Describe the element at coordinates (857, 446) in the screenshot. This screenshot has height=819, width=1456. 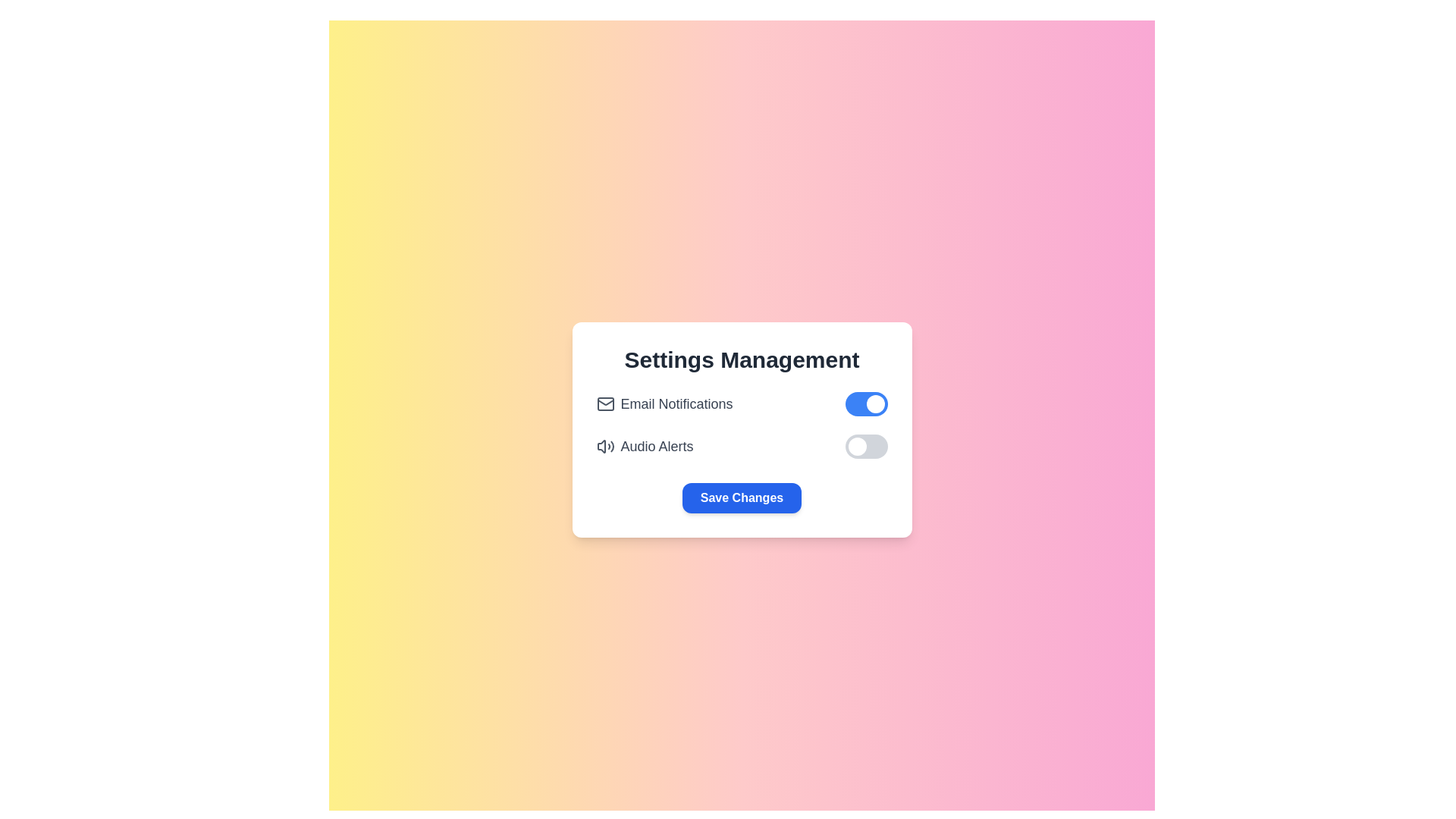
I see `the small circular toggle knob on the 'Audio Alerts' toggle switch from the leftmost position` at that location.